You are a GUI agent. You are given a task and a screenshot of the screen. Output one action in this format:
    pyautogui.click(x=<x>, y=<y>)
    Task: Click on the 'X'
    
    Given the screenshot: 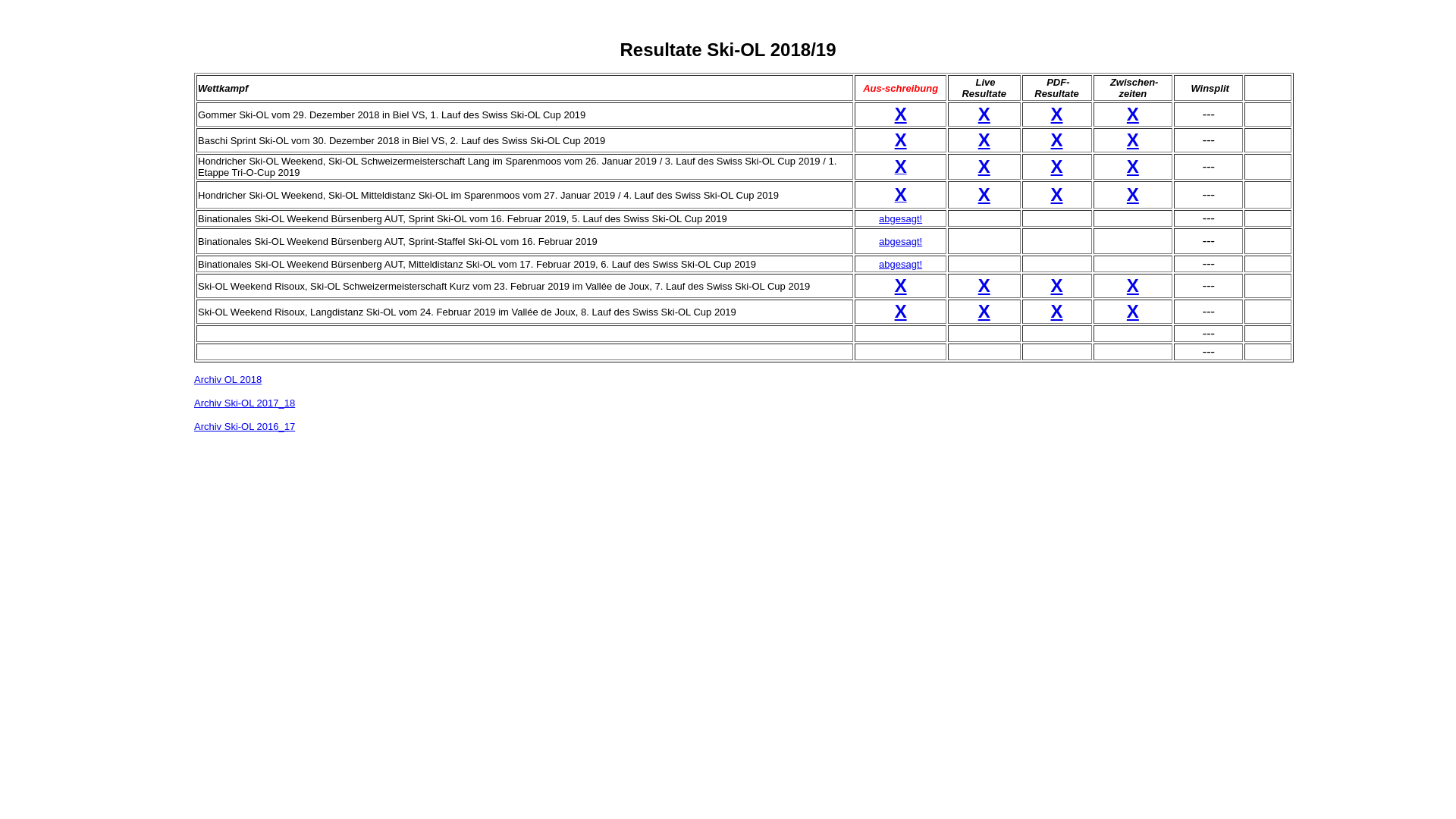 What is the action you would take?
    pyautogui.click(x=901, y=196)
    